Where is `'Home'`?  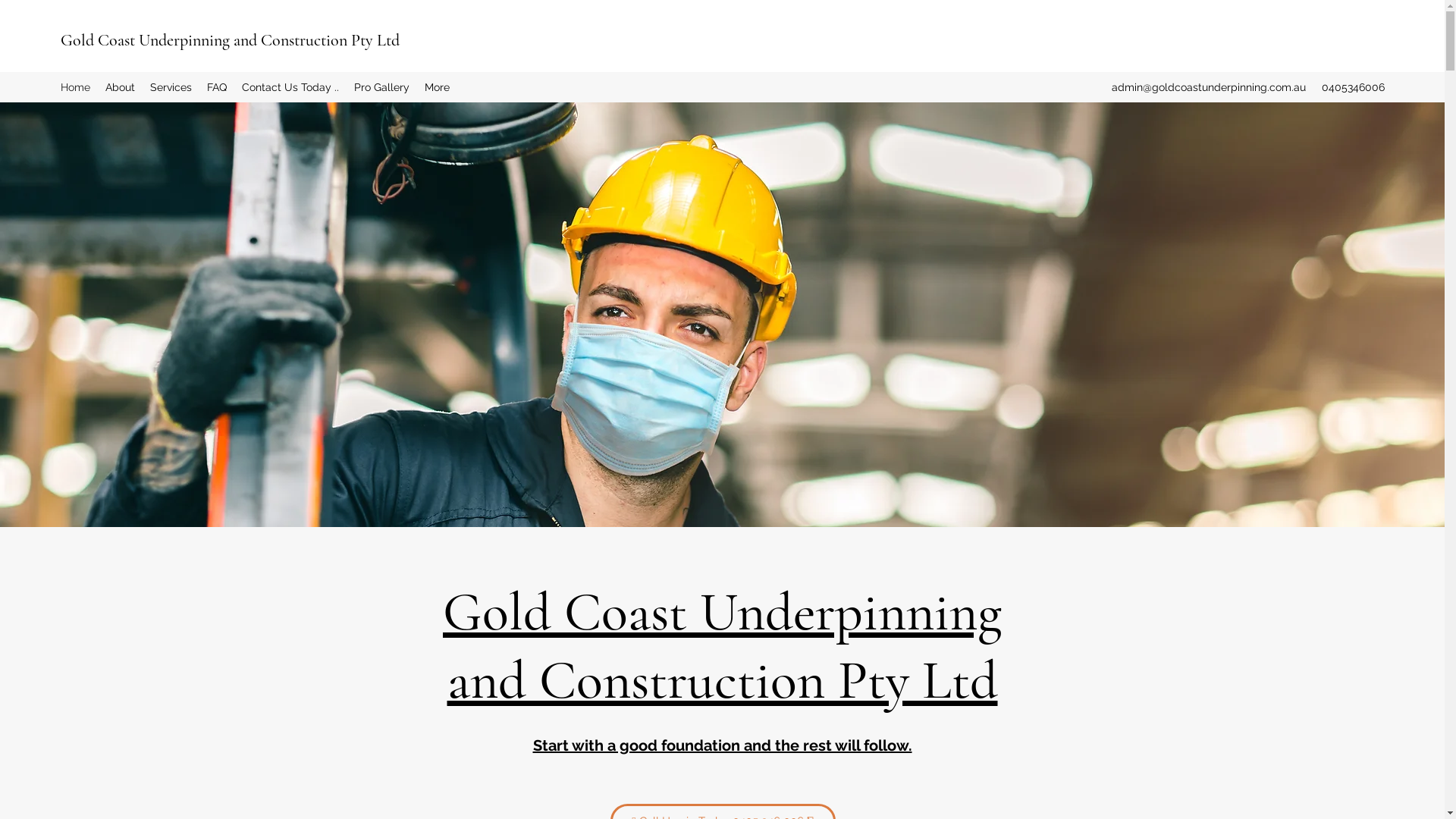 'Home' is located at coordinates (74, 87).